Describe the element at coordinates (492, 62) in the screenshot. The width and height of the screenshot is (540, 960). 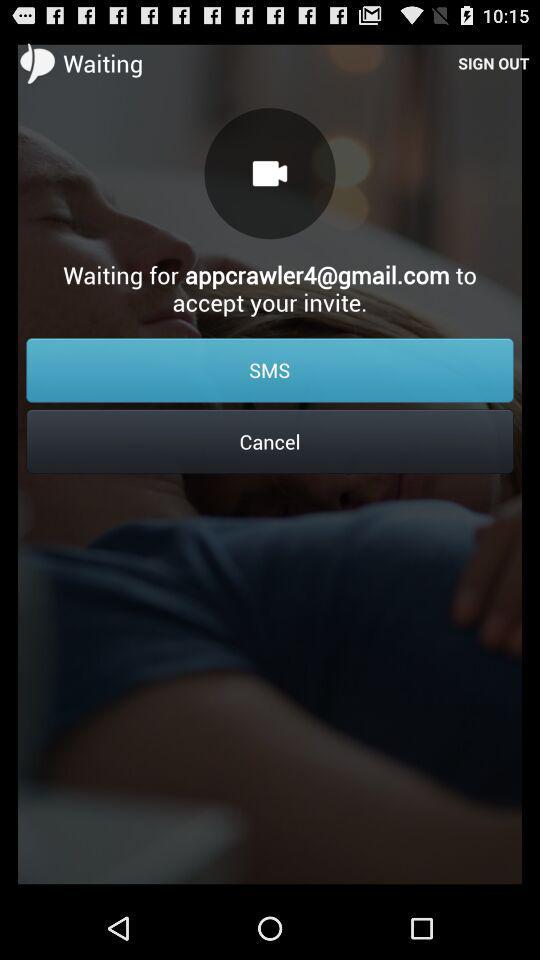
I see `the item to the right of the waiting icon` at that location.